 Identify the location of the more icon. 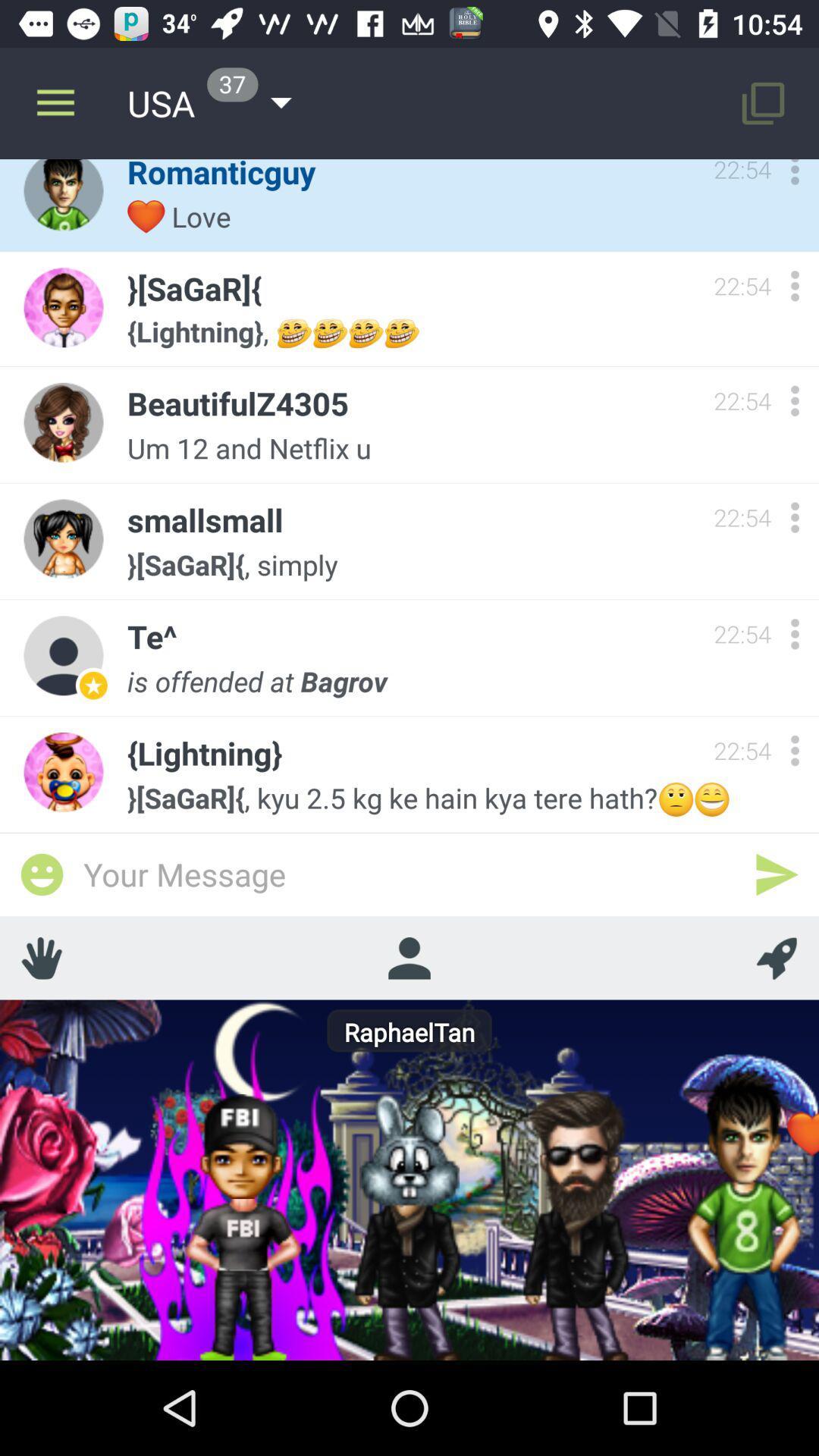
(794, 176).